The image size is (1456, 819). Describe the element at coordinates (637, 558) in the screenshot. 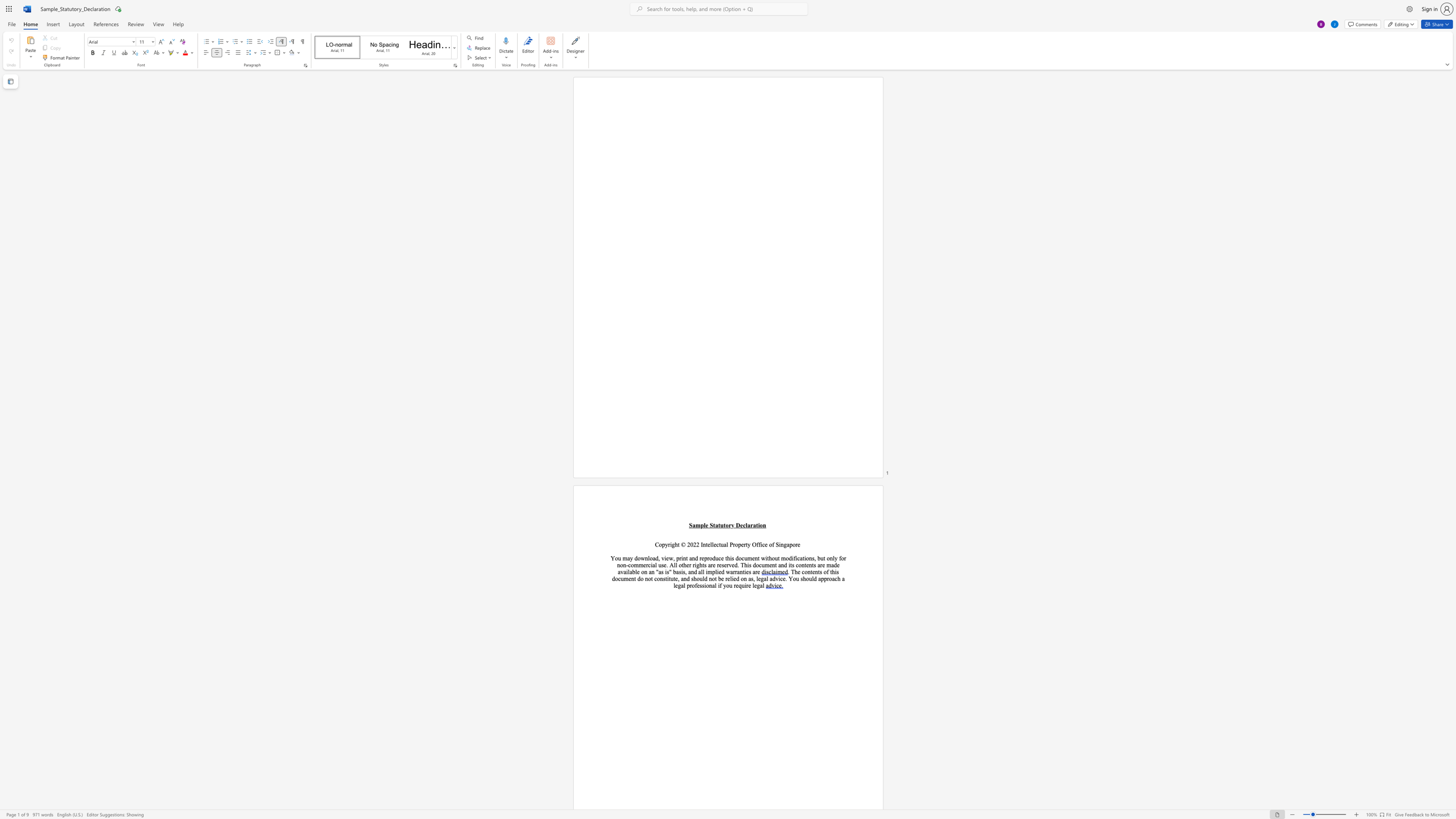

I see `the subset text "ownload, view, print and reproduce this document without modifications," within the text "You may download, view, print and reproduce this document without modifications, but only for non-commercial use. All other rights are reserved. This document and its contents are made available on an"` at that location.